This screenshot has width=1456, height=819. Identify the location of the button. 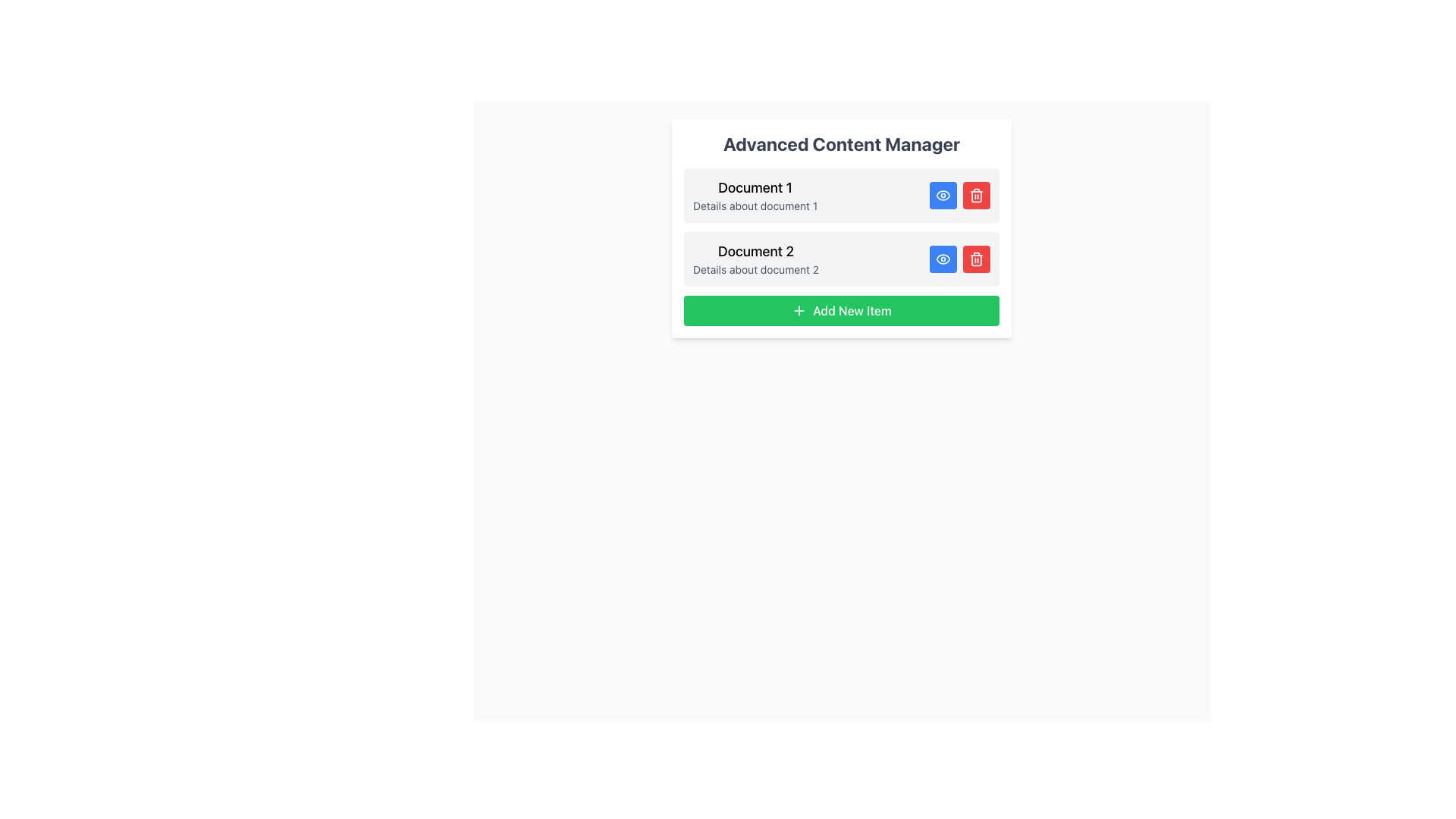
(942, 195).